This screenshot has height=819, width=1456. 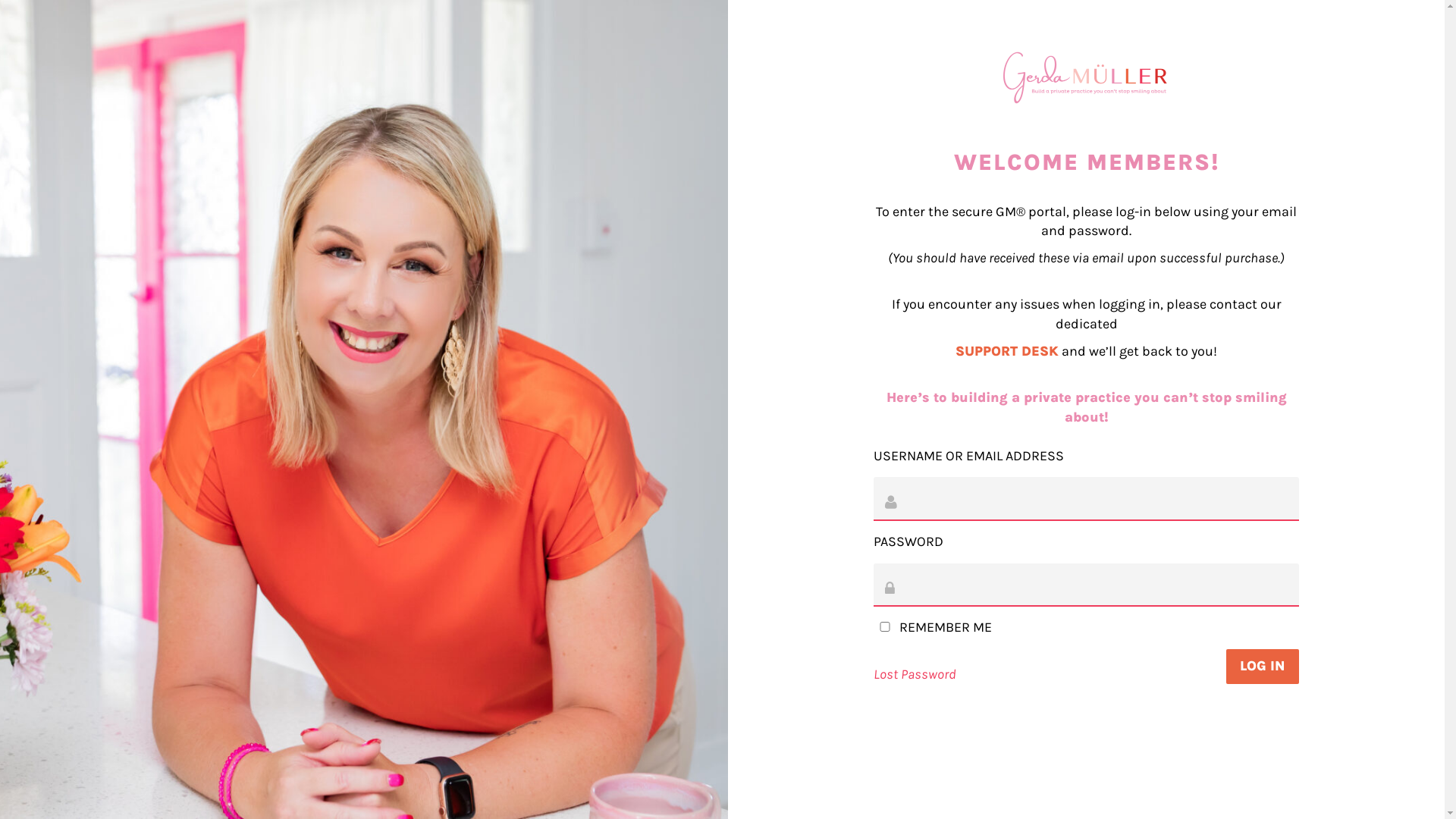 I want to click on 'Lost Password', so click(x=914, y=673).